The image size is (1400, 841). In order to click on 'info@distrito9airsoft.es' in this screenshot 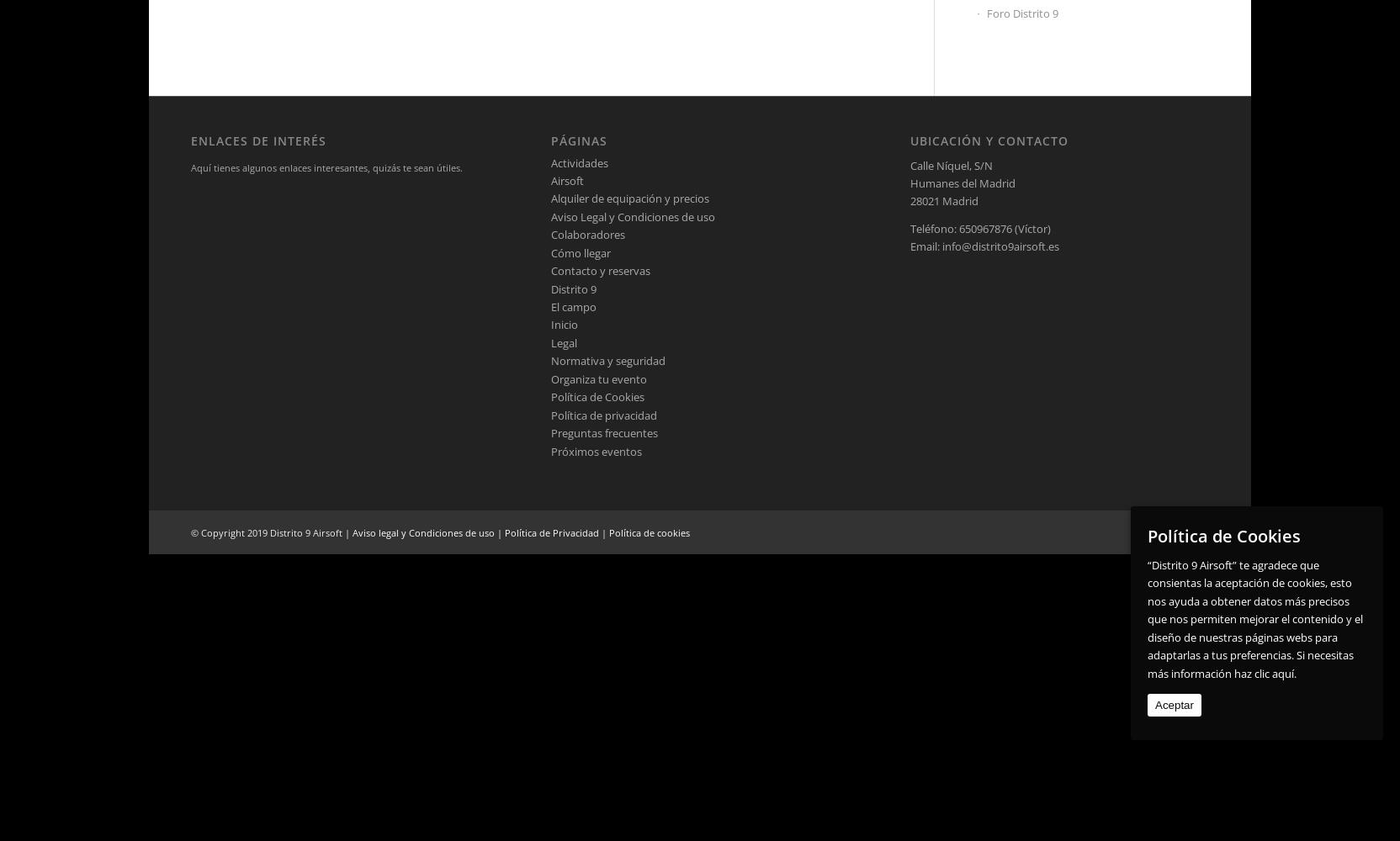, I will do `click(1000, 246)`.